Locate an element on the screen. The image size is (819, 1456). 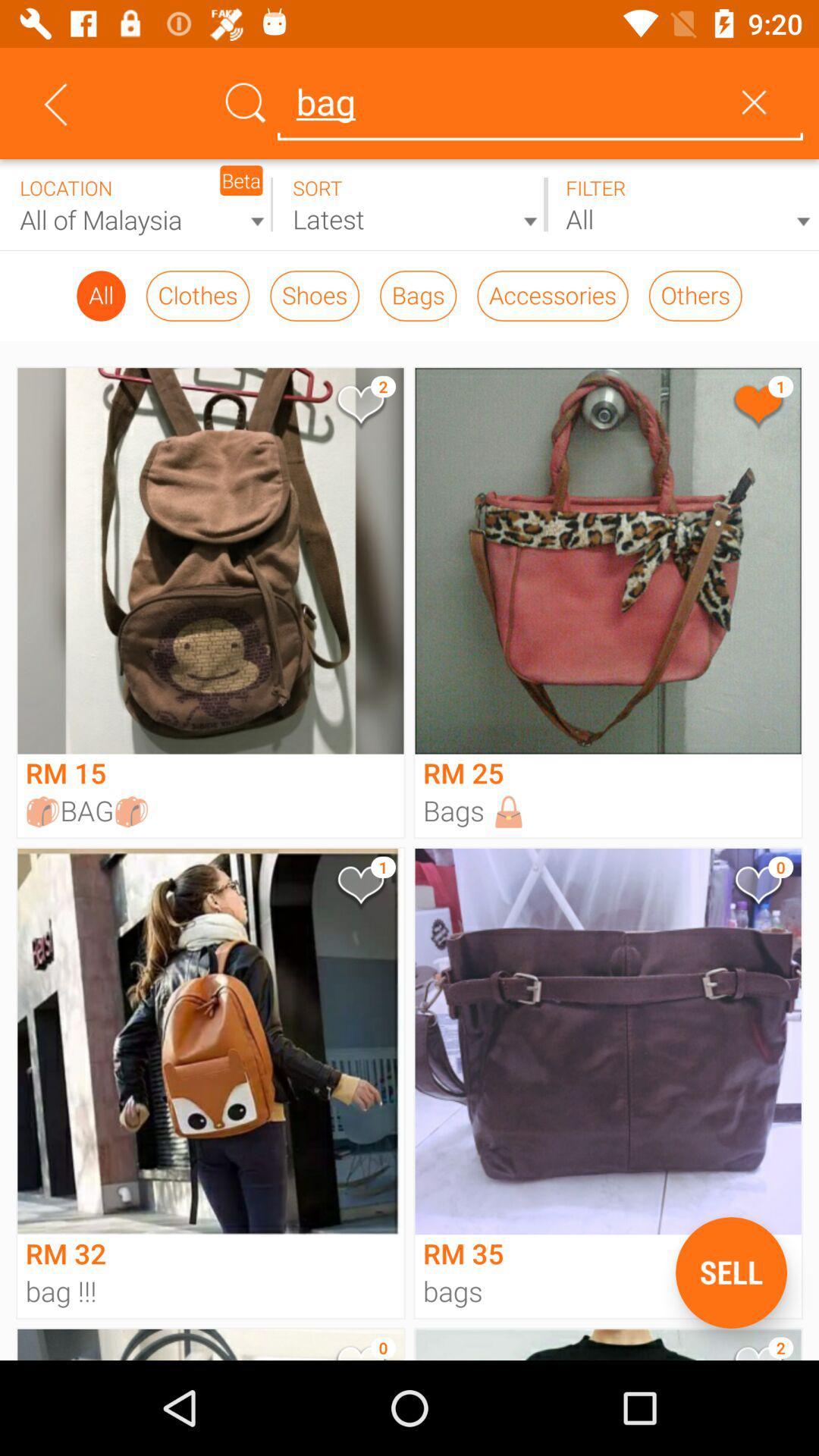
how items are sorted is located at coordinates (409, 204).